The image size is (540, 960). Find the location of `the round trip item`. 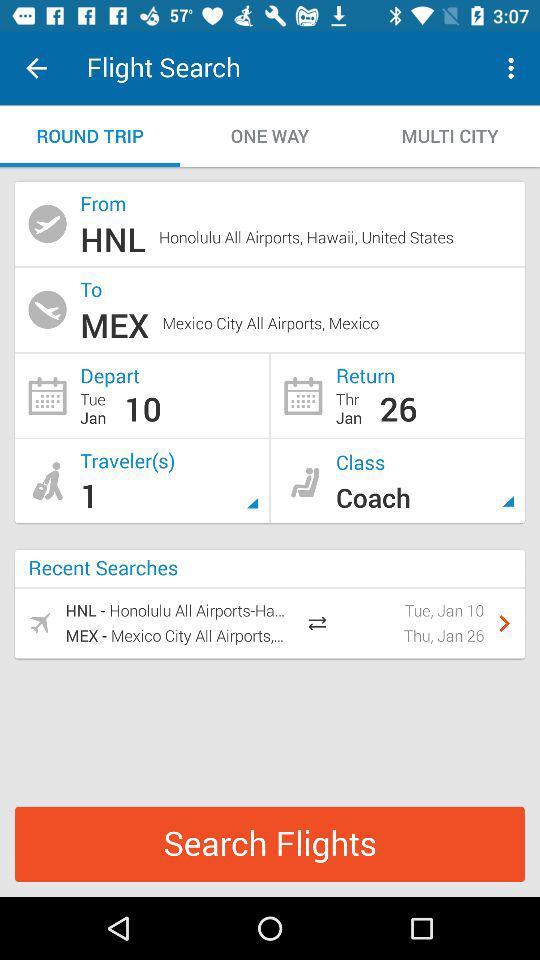

the round trip item is located at coordinates (89, 135).